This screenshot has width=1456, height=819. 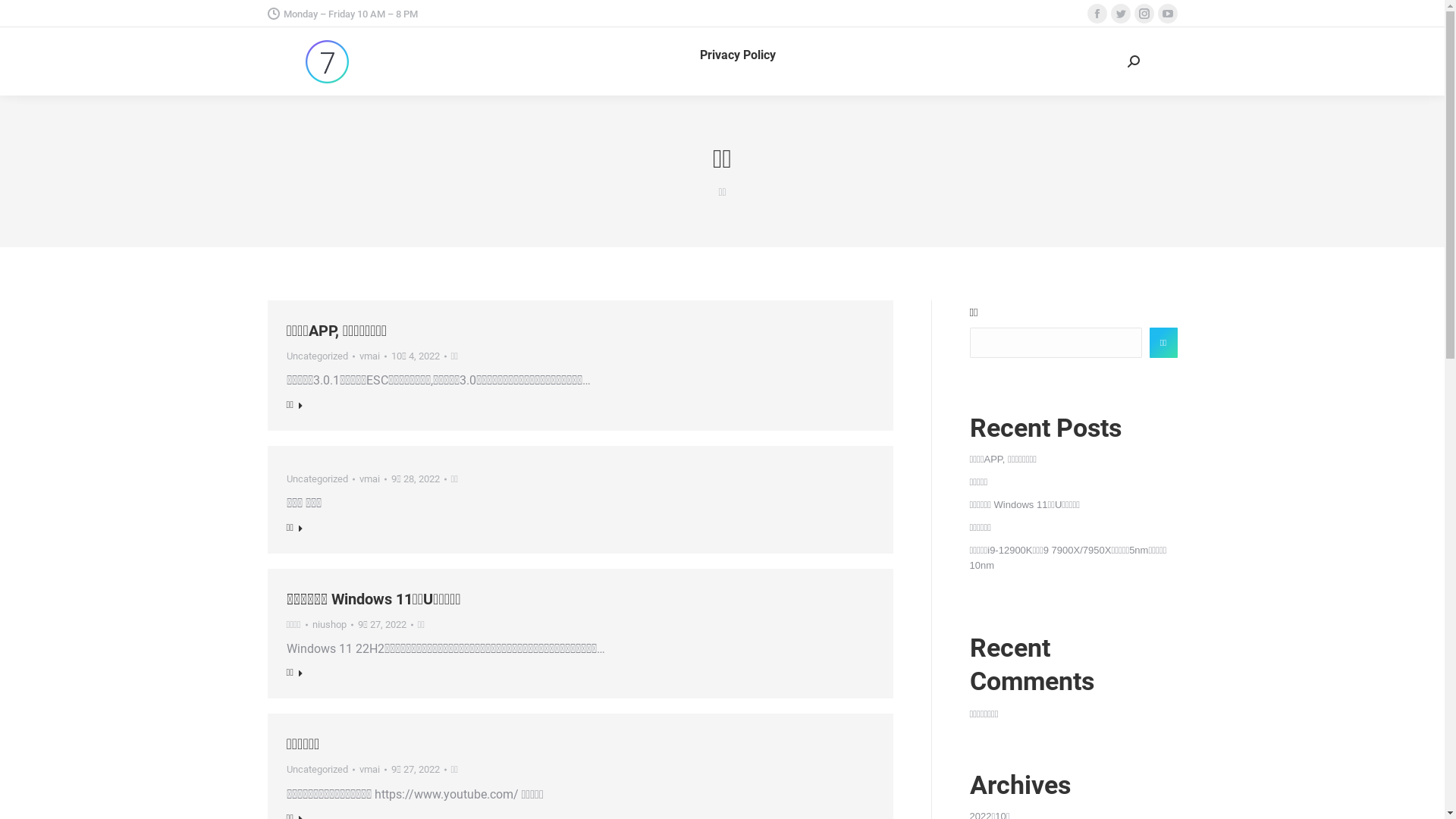 I want to click on 'Facebook page opens in new window', so click(x=1097, y=14).